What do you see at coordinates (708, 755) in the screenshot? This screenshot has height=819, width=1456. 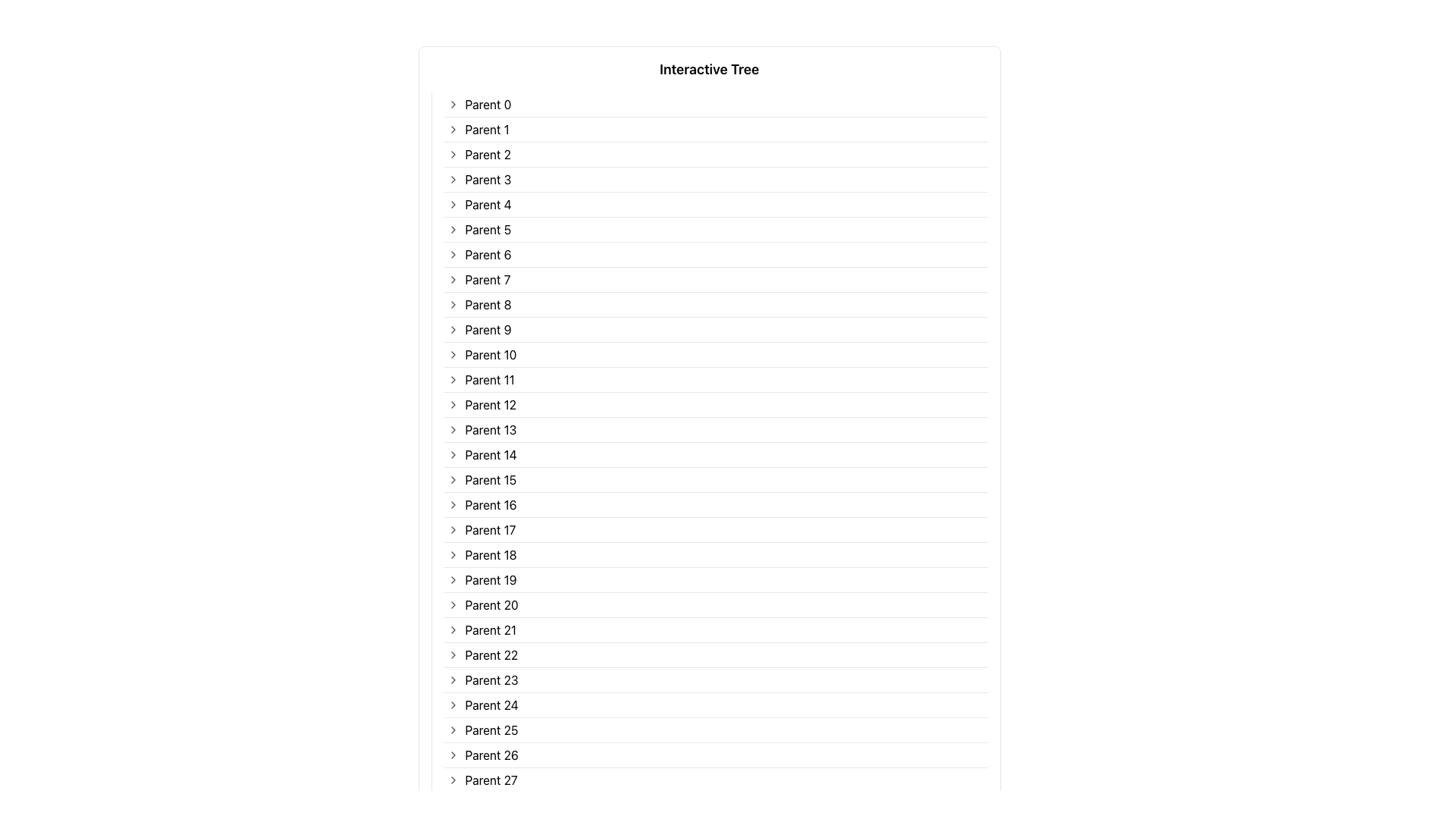 I see `the 27th Hierarchical Tree Item in the list` at bounding box center [708, 755].